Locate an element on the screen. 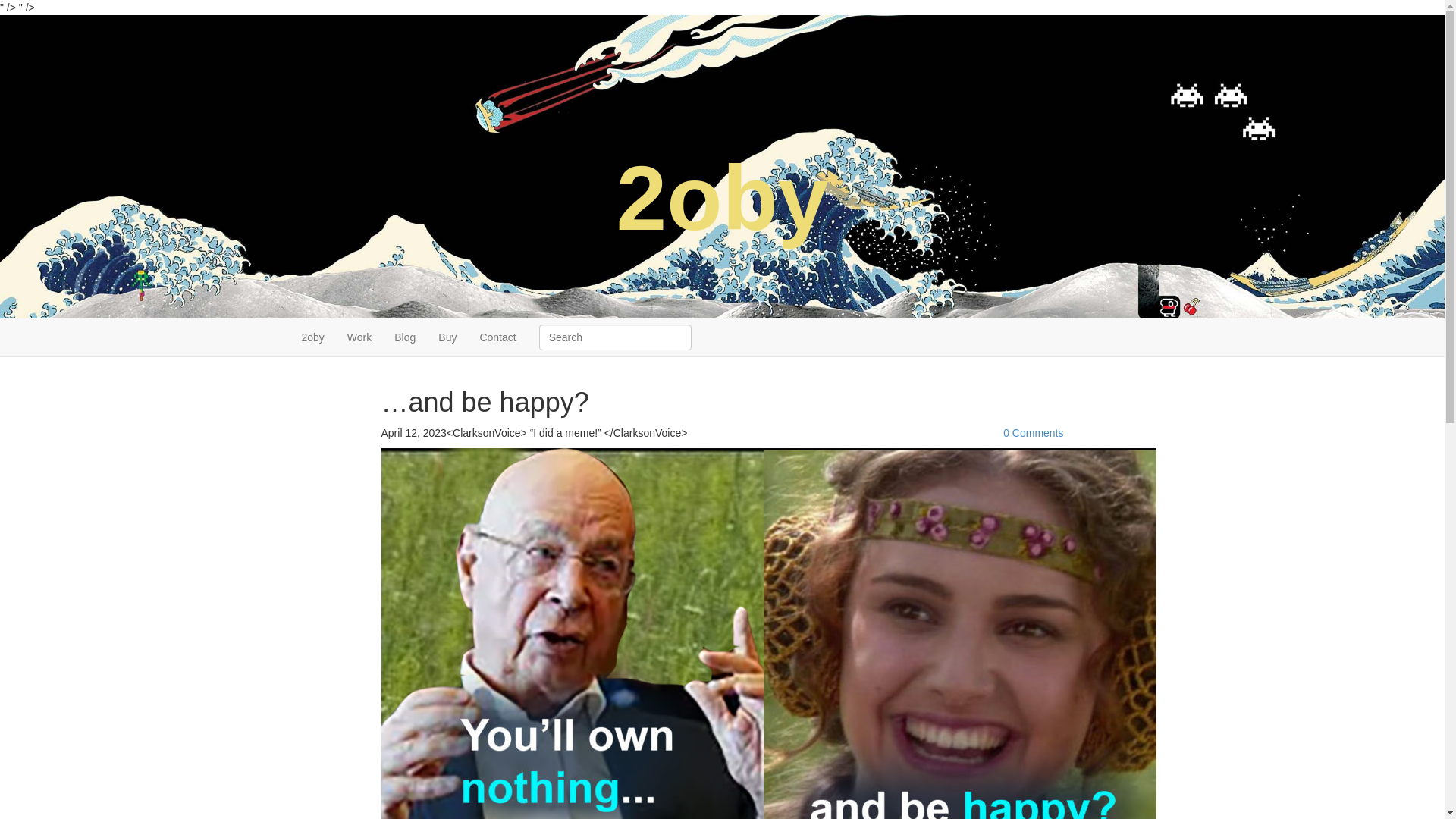  'Contact' is located at coordinates (497, 336).